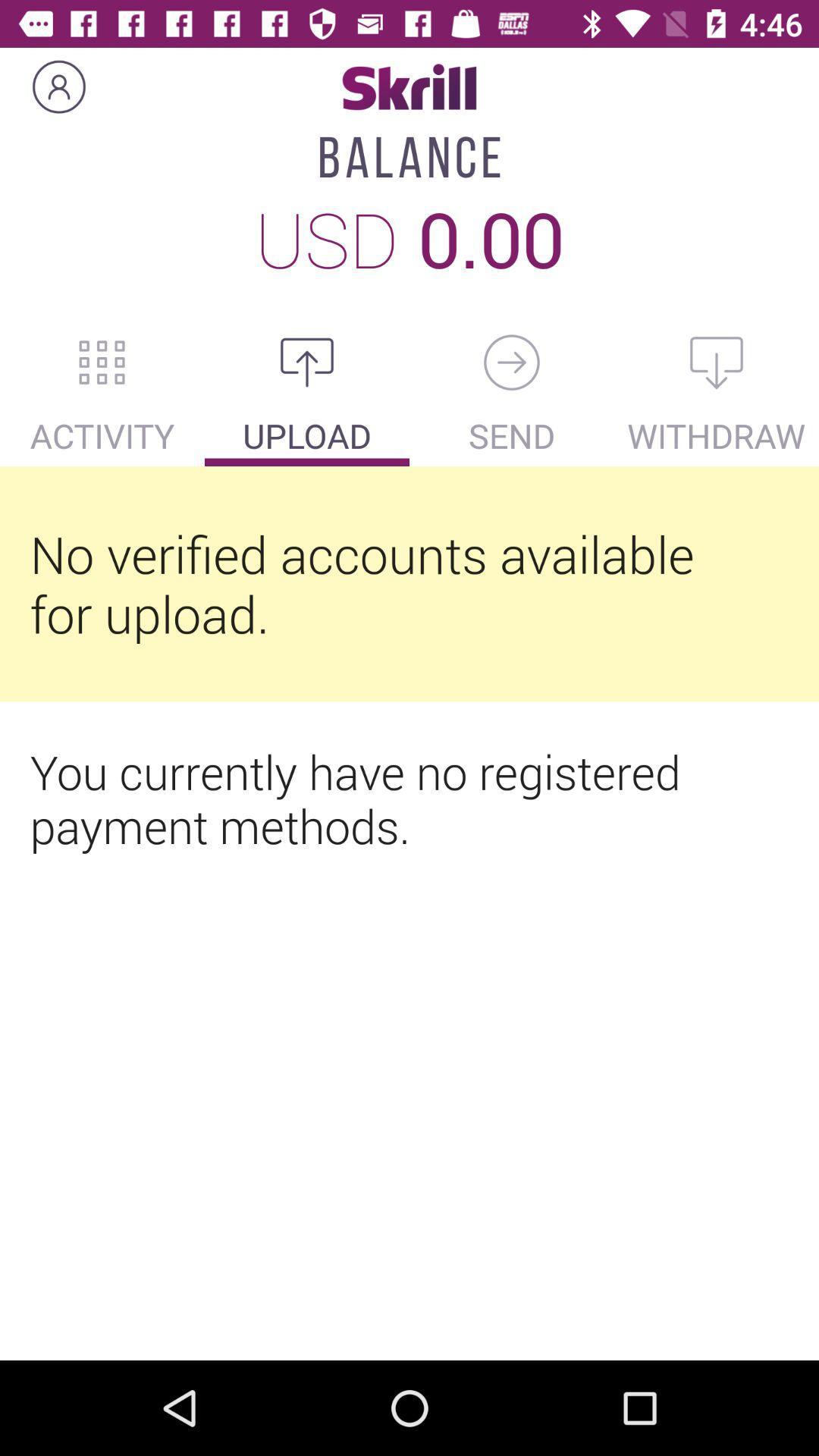 The image size is (819, 1456). I want to click on the microphone icon, so click(512, 362).